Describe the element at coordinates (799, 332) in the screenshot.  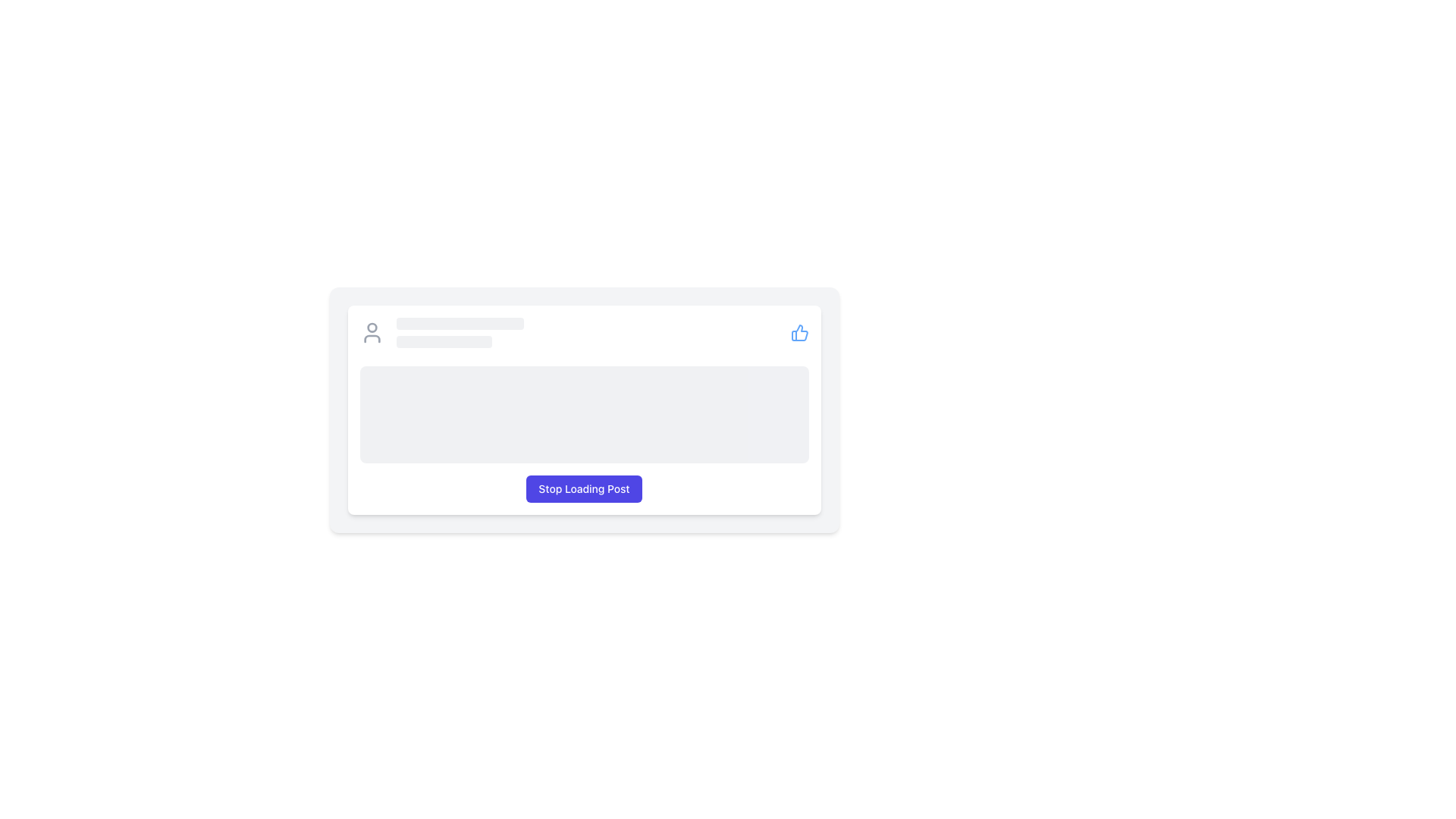
I see `the decorative SVG graphic icon representing a 'like' or approval mechanism located at the top-right corner of the UI panel` at that location.